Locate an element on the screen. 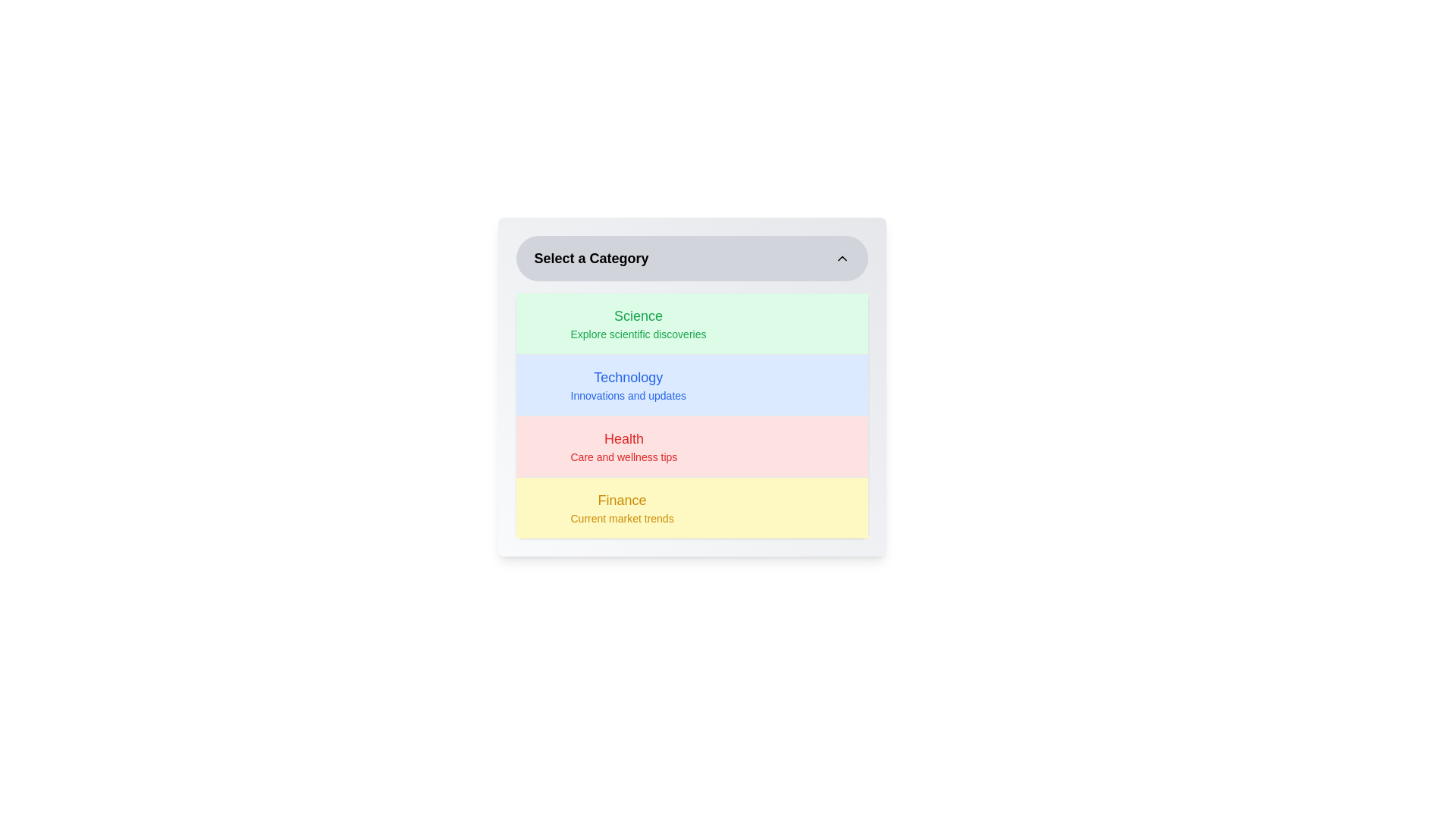 Image resolution: width=1456 pixels, height=819 pixels. the category Science from the list is located at coordinates (691, 323).